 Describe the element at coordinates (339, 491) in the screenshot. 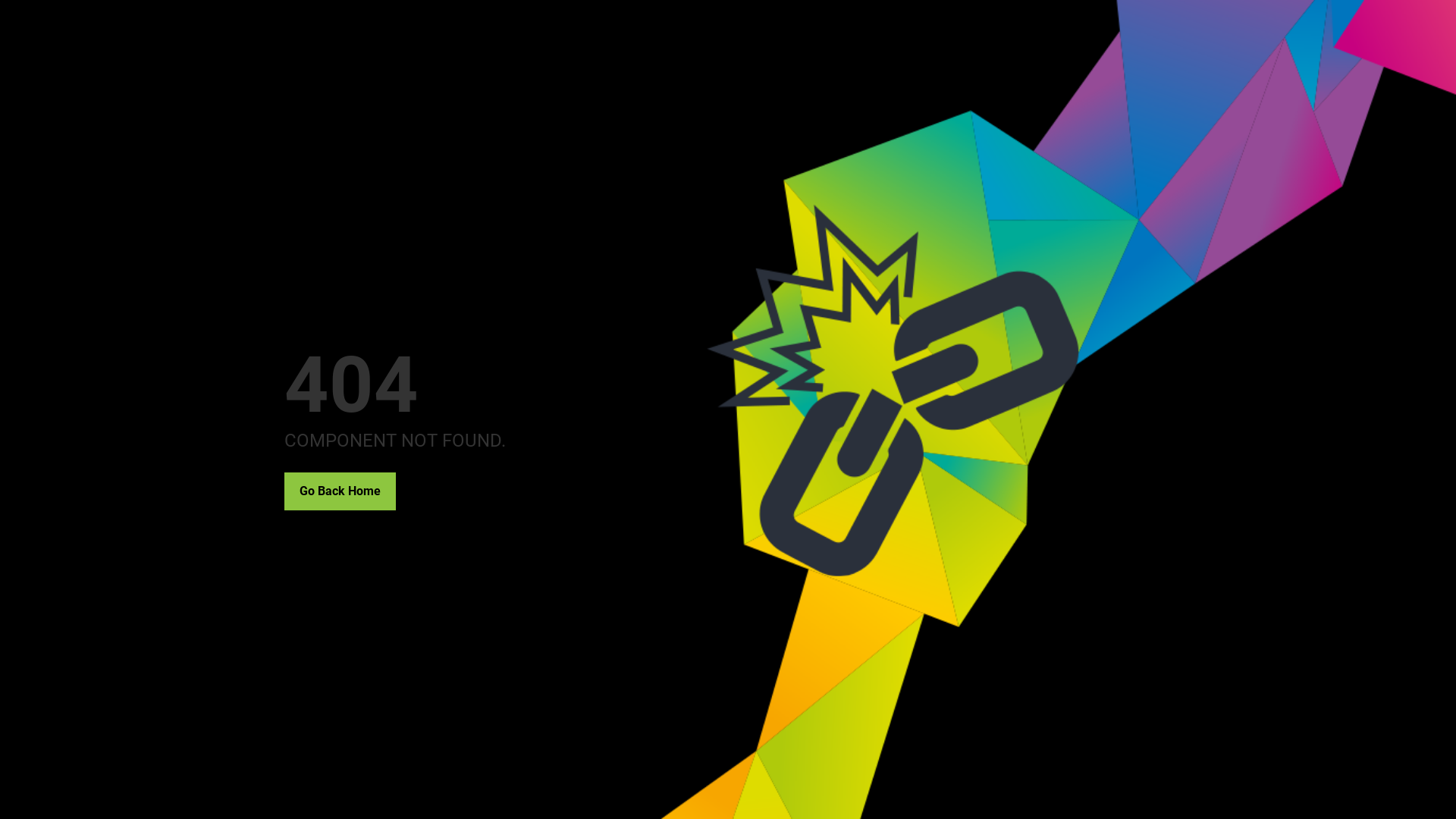

I see `'Go Back Home'` at that location.